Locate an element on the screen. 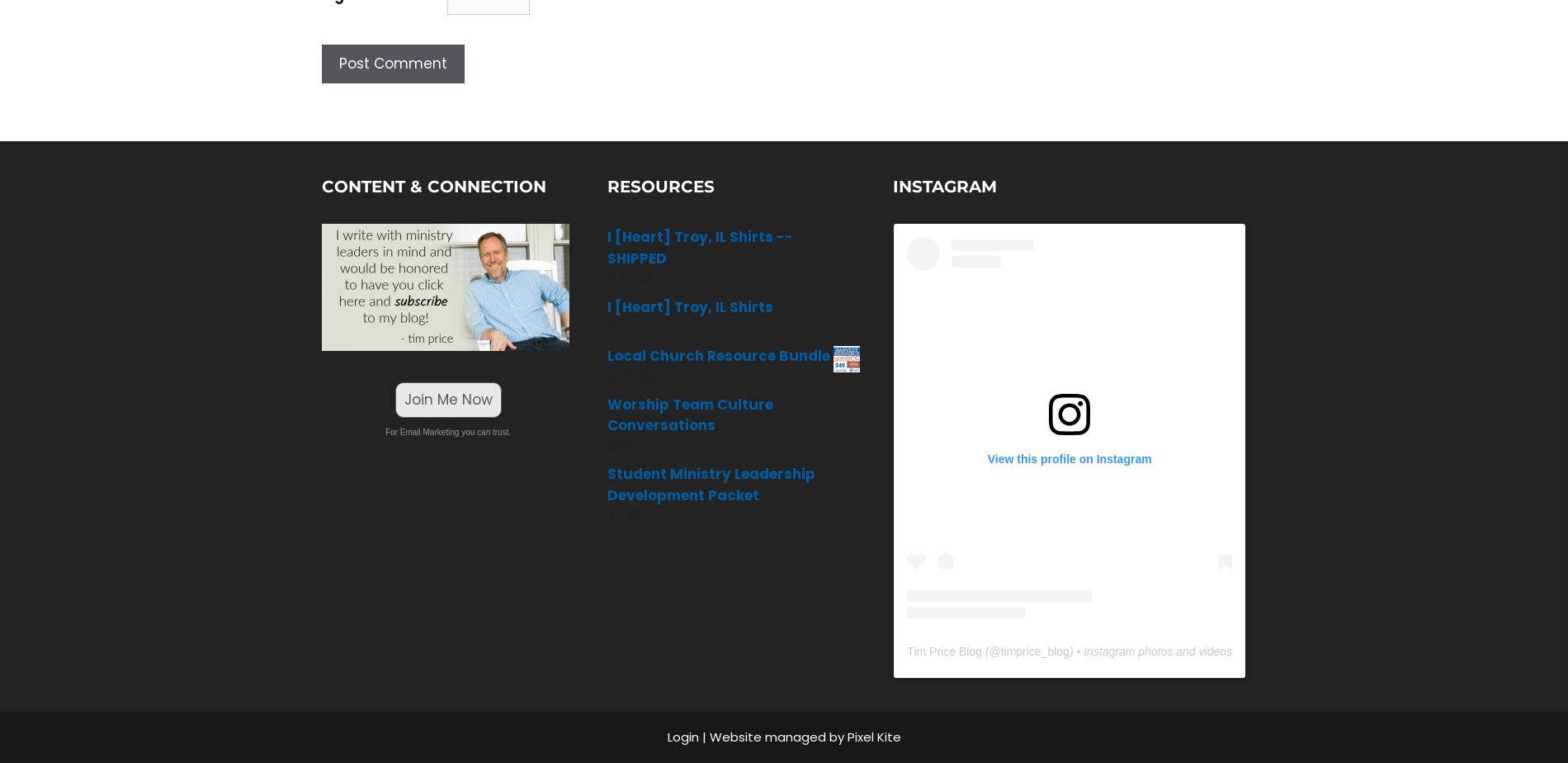 This screenshot has height=763, width=1568. 'I [Heart] Troy, IL Shirts -- SHIPPED' is located at coordinates (699, 247).